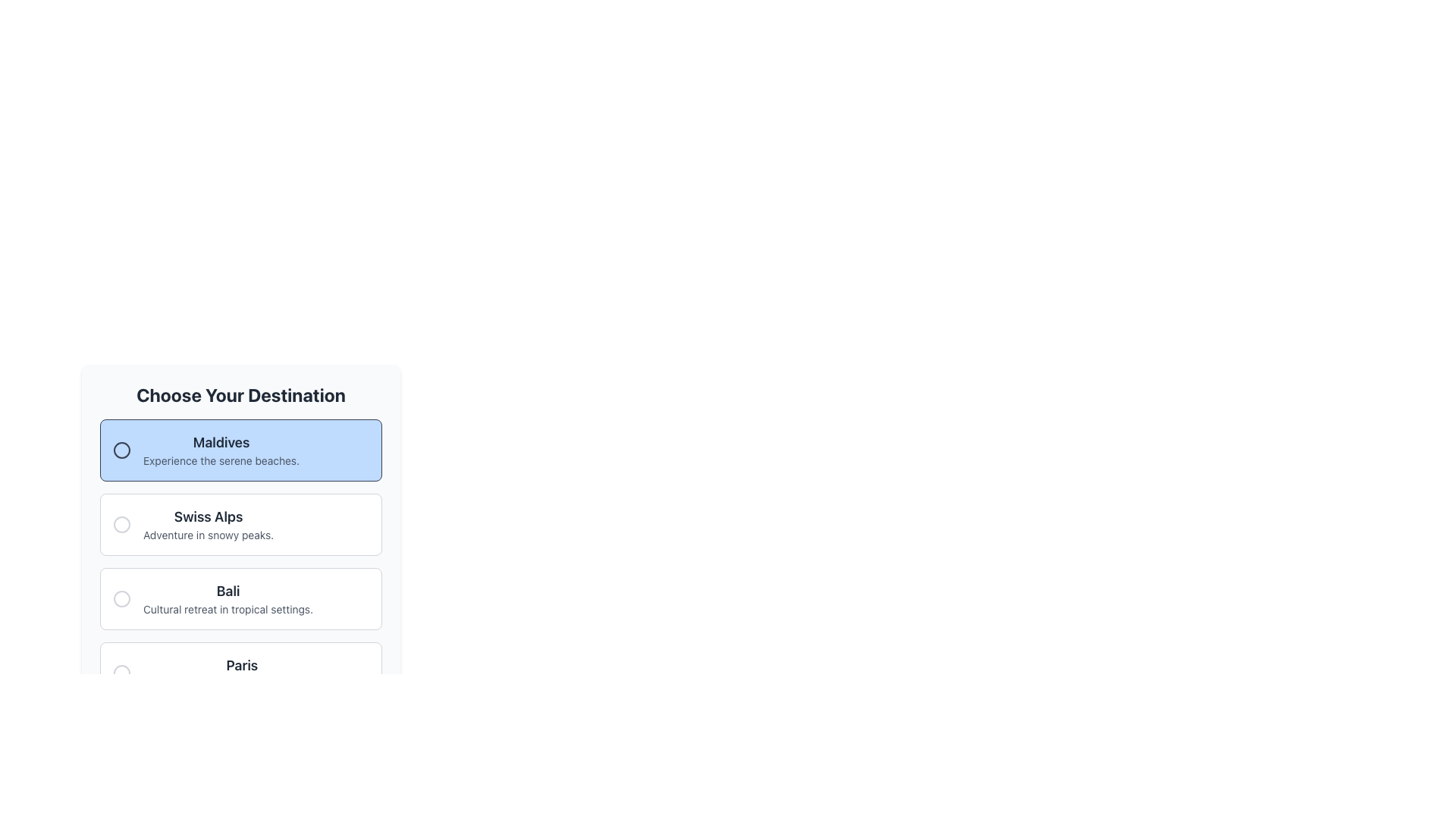 Image resolution: width=1456 pixels, height=819 pixels. Describe the element at coordinates (227, 608) in the screenshot. I see `the grey-colored text label that reads 'Cultural retreat in tropical settings', which is located directly beneath the title 'Bali' in the destination choices section` at that location.